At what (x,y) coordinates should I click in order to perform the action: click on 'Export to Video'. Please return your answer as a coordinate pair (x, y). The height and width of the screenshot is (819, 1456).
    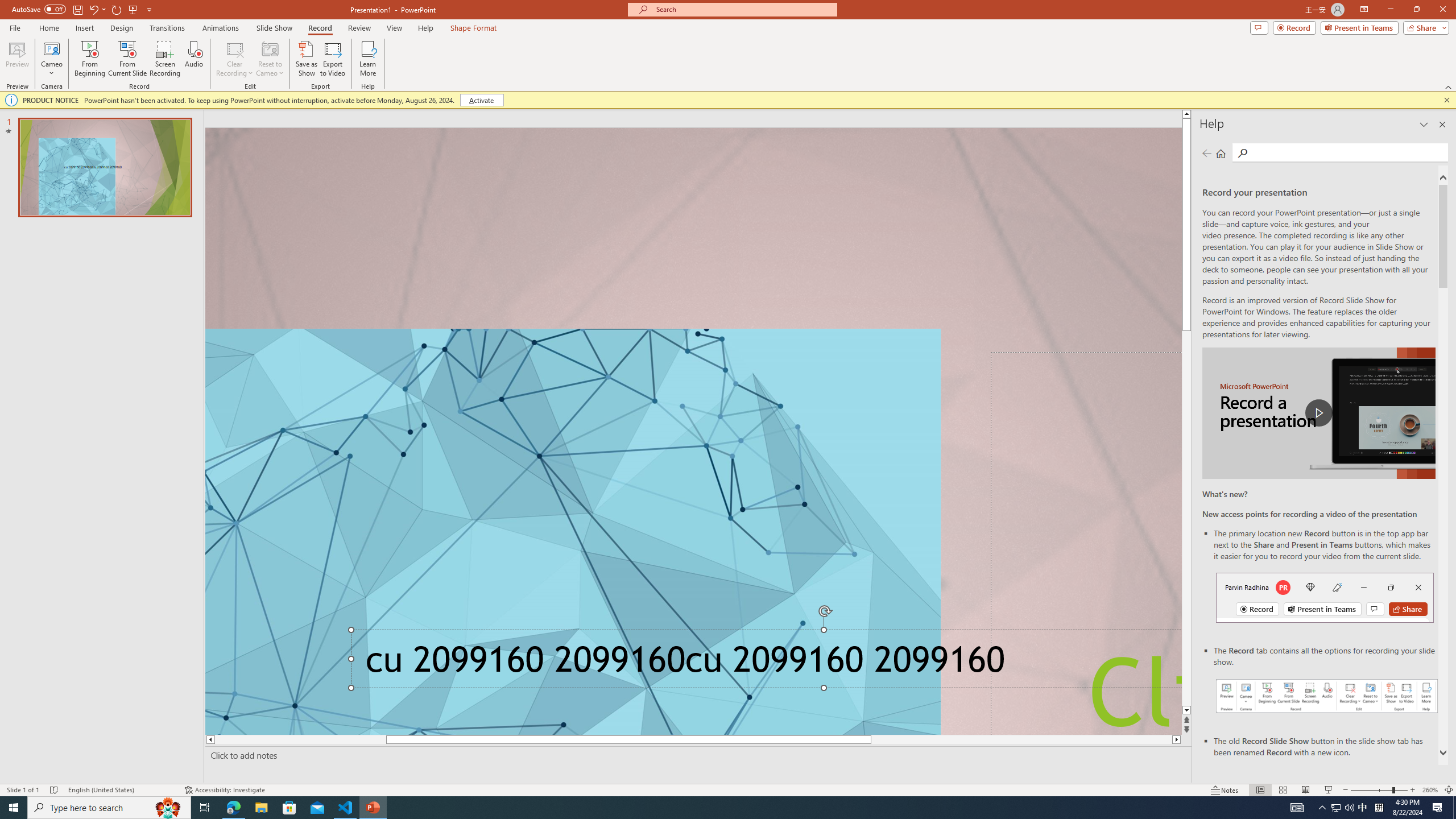
    Looking at the image, I should click on (332, 59).